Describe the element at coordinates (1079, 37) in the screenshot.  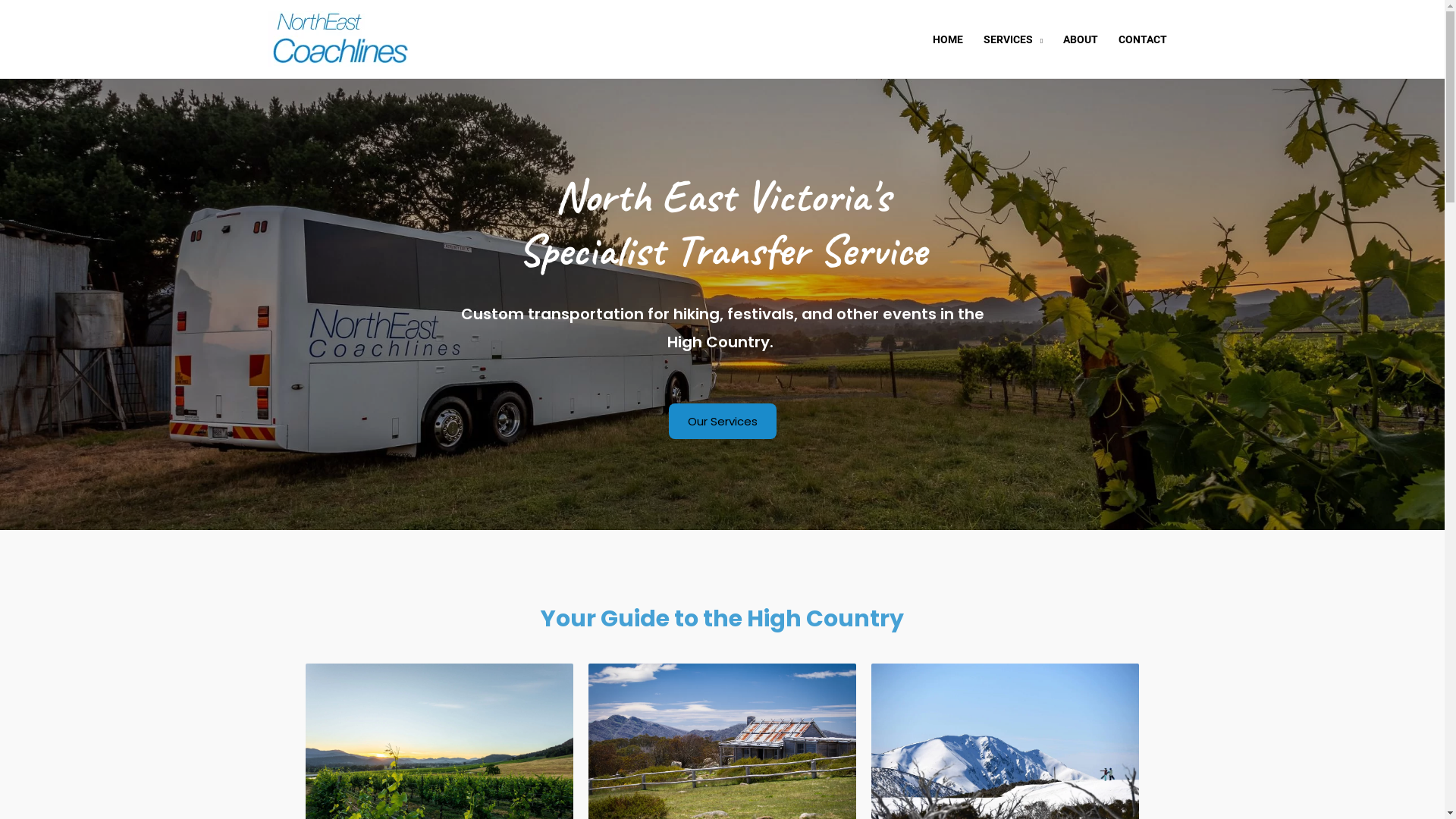
I see `'ABOUT'` at that location.